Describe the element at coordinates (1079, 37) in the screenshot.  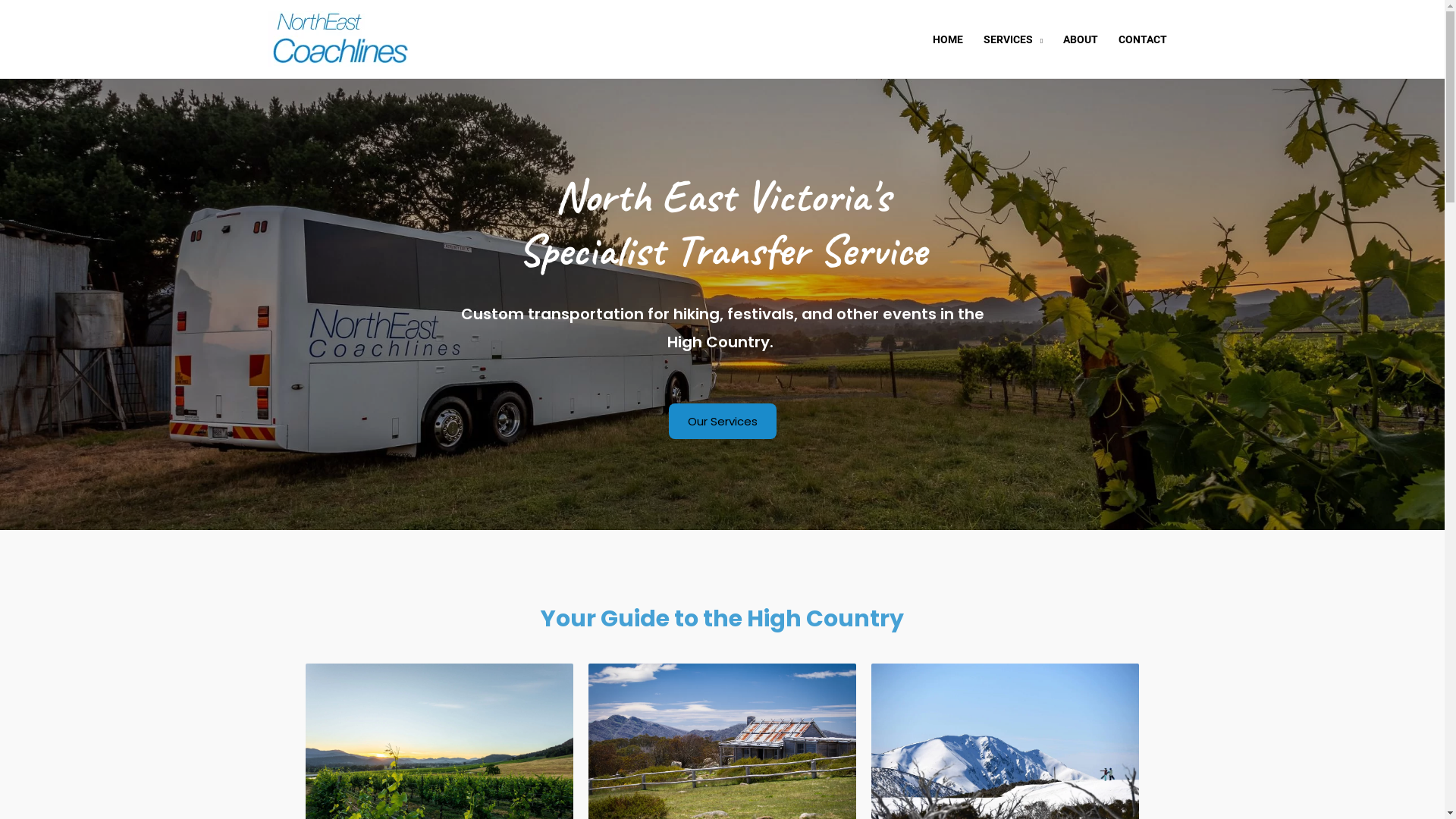
I see `'ABOUT'` at that location.